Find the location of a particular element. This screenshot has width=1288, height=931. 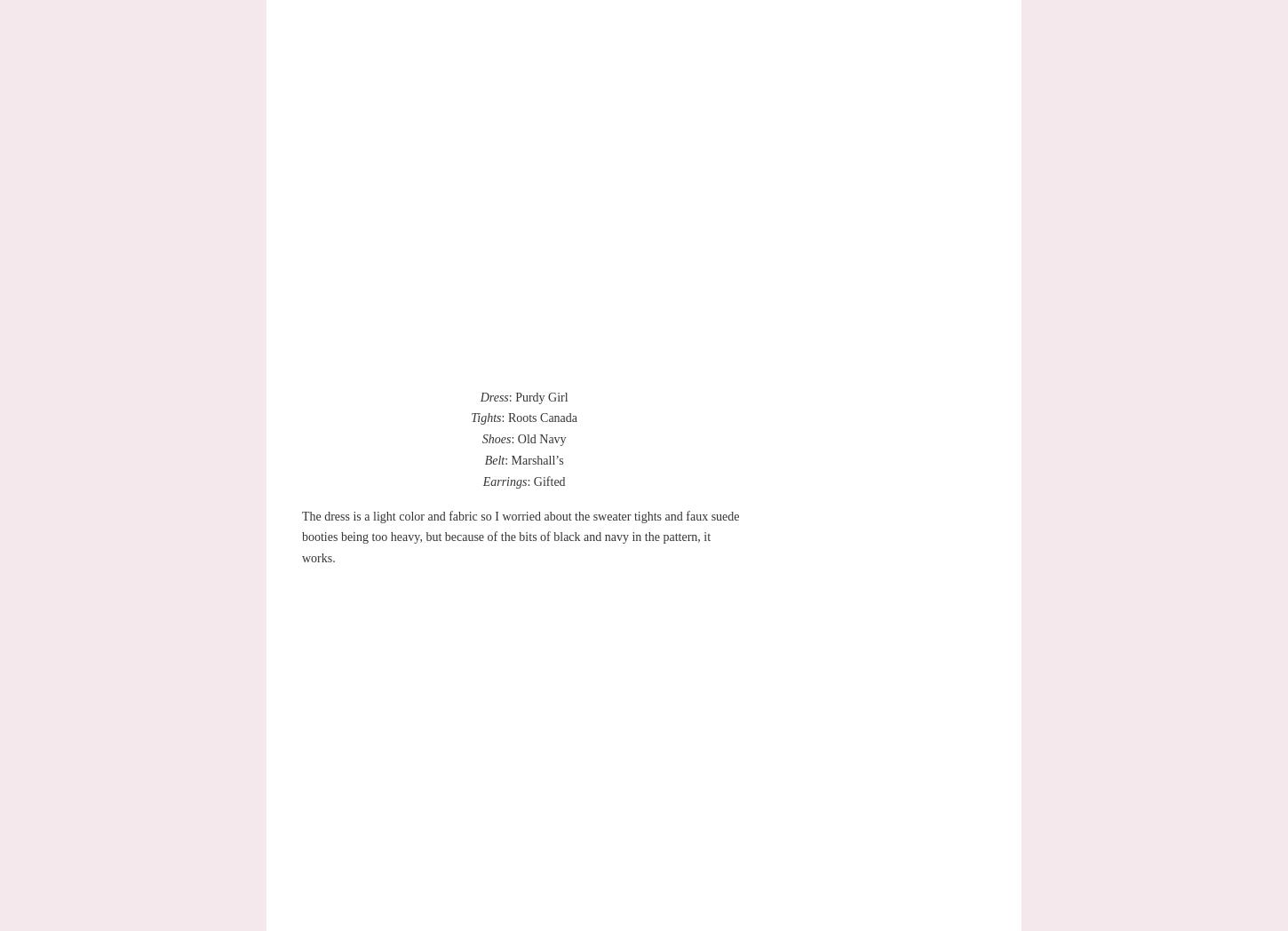

'Belt' is located at coordinates (494, 460).